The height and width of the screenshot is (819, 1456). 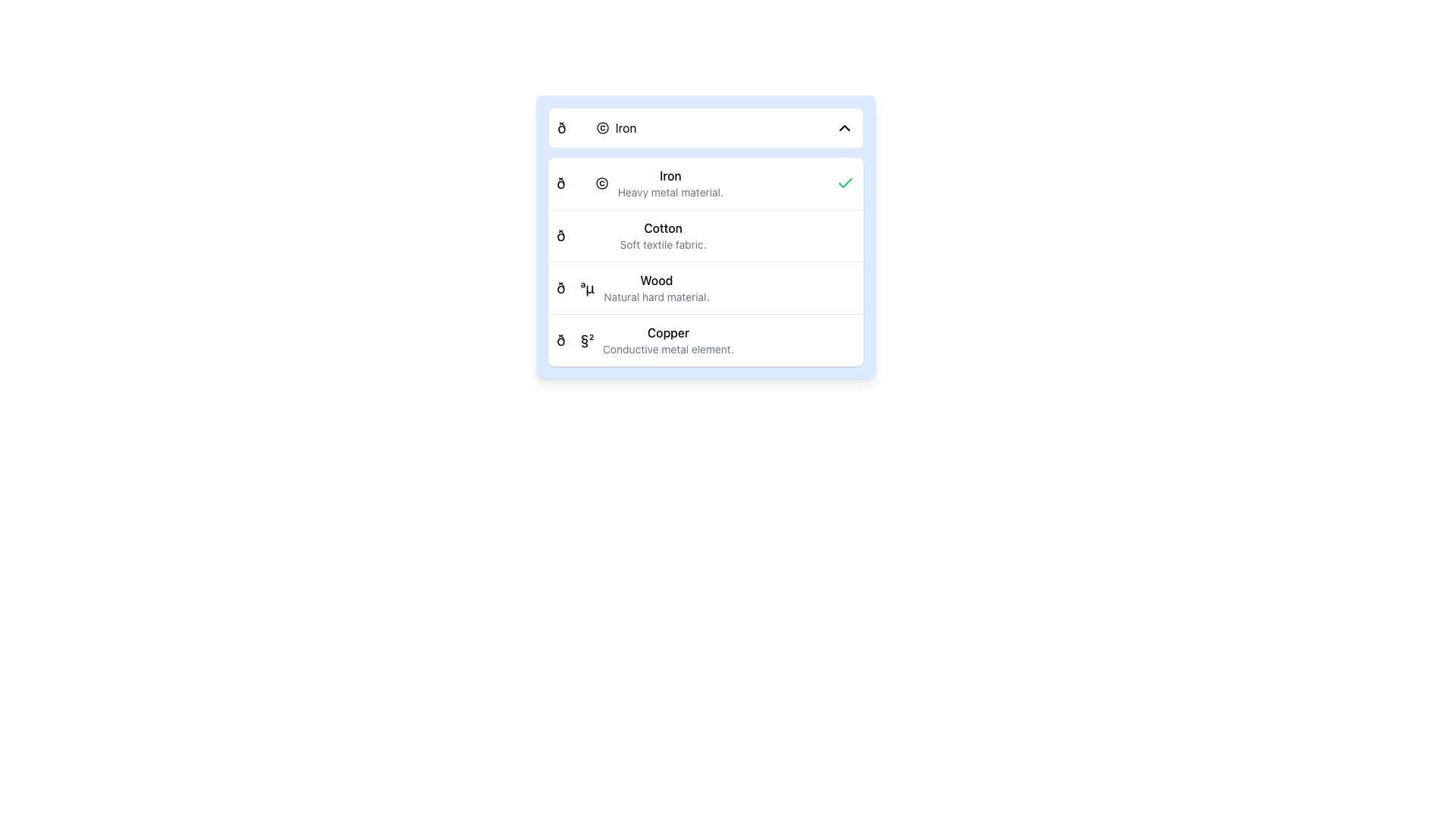 What do you see at coordinates (704, 237) in the screenshot?
I see `to select the 'Cotton' item, which is the second row in a list featuring a bold title and an emoji on the left` at bounding box center [704, 237].